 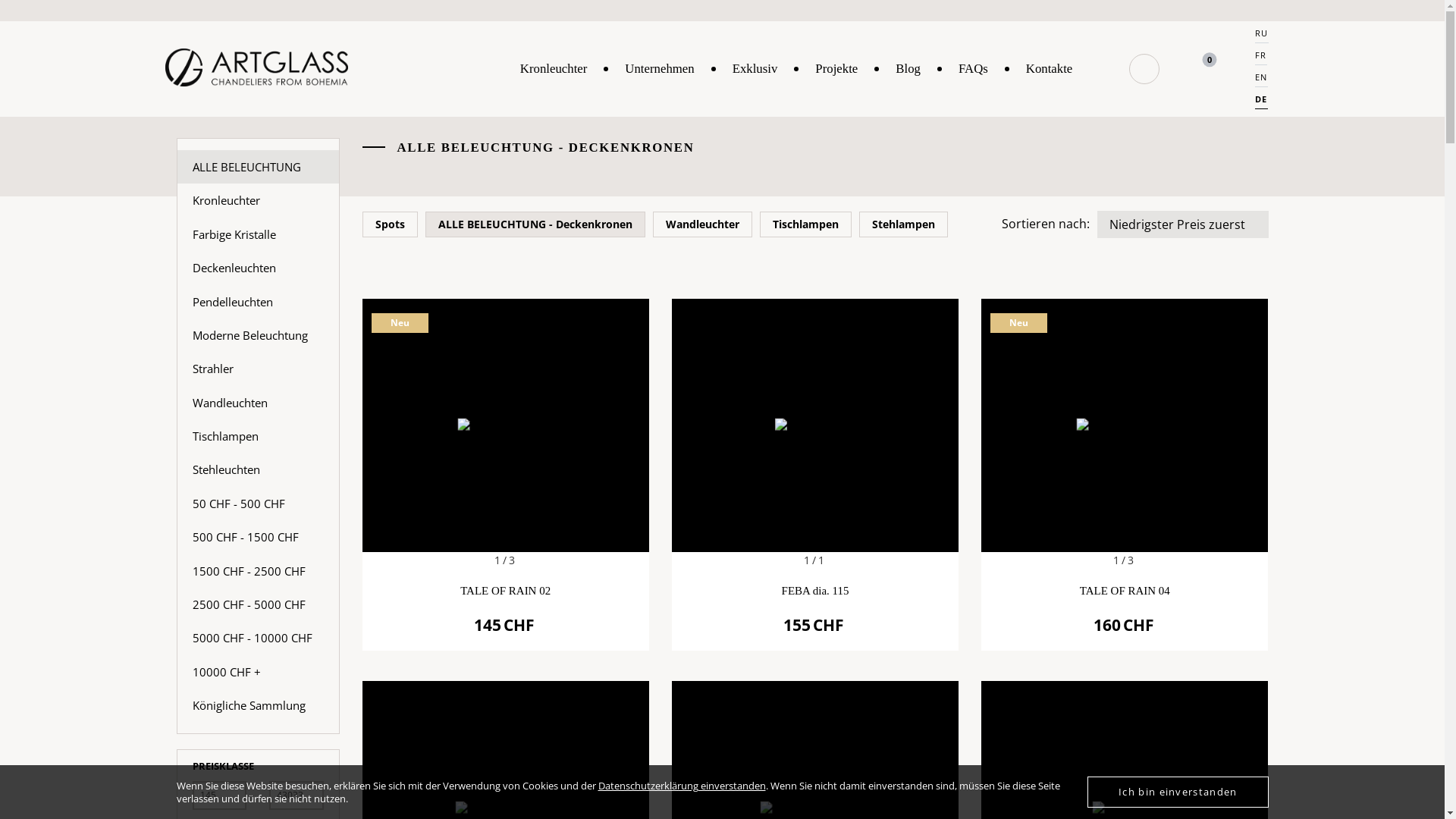 What do you see at coordinates (258, 334) in the screenshot?
I see `'Moderne Beleuchtung'` at bounding box center [258, 334].